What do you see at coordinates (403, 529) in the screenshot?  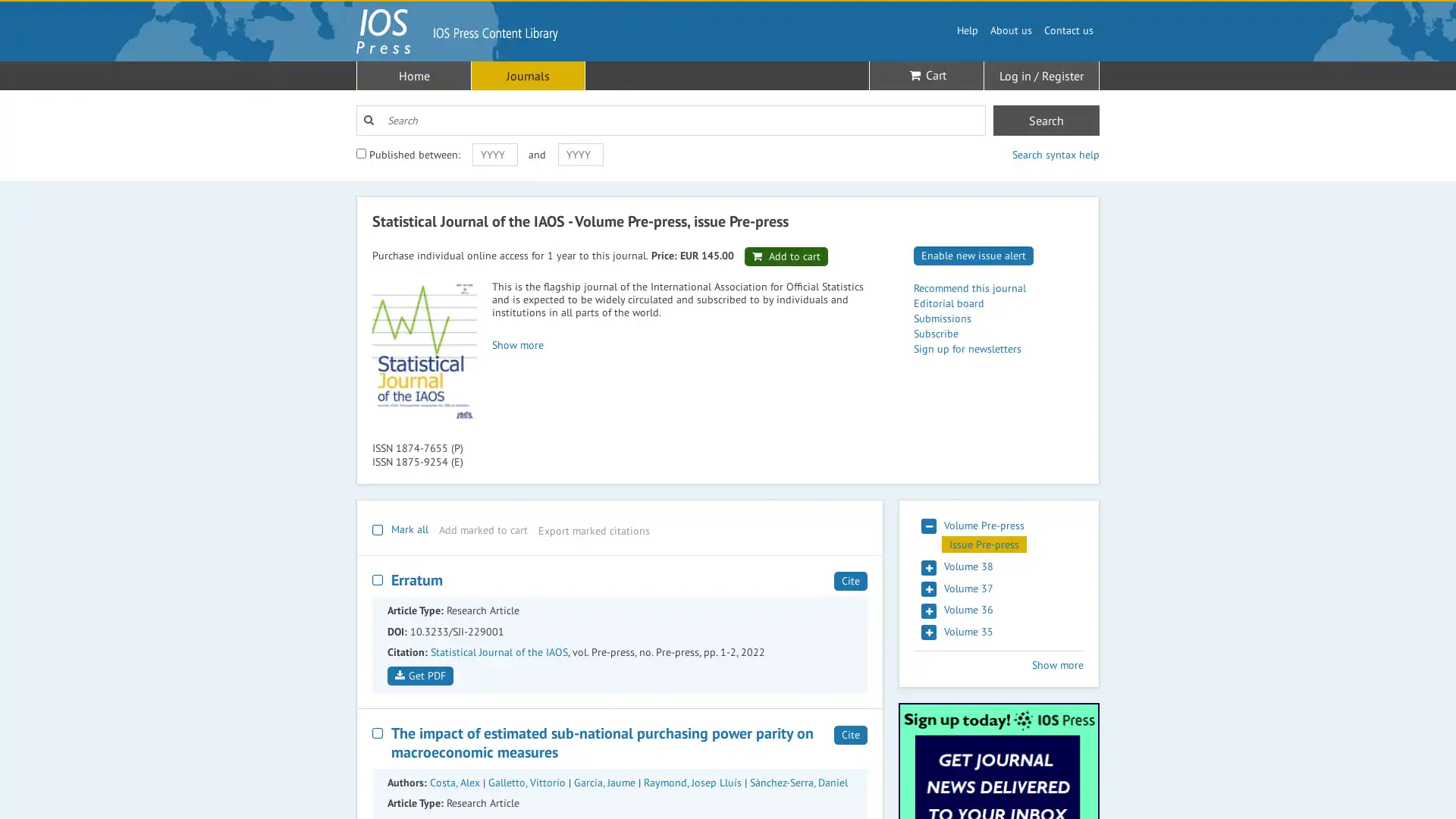 I see `Mark all` at bounding box center [403, 529].